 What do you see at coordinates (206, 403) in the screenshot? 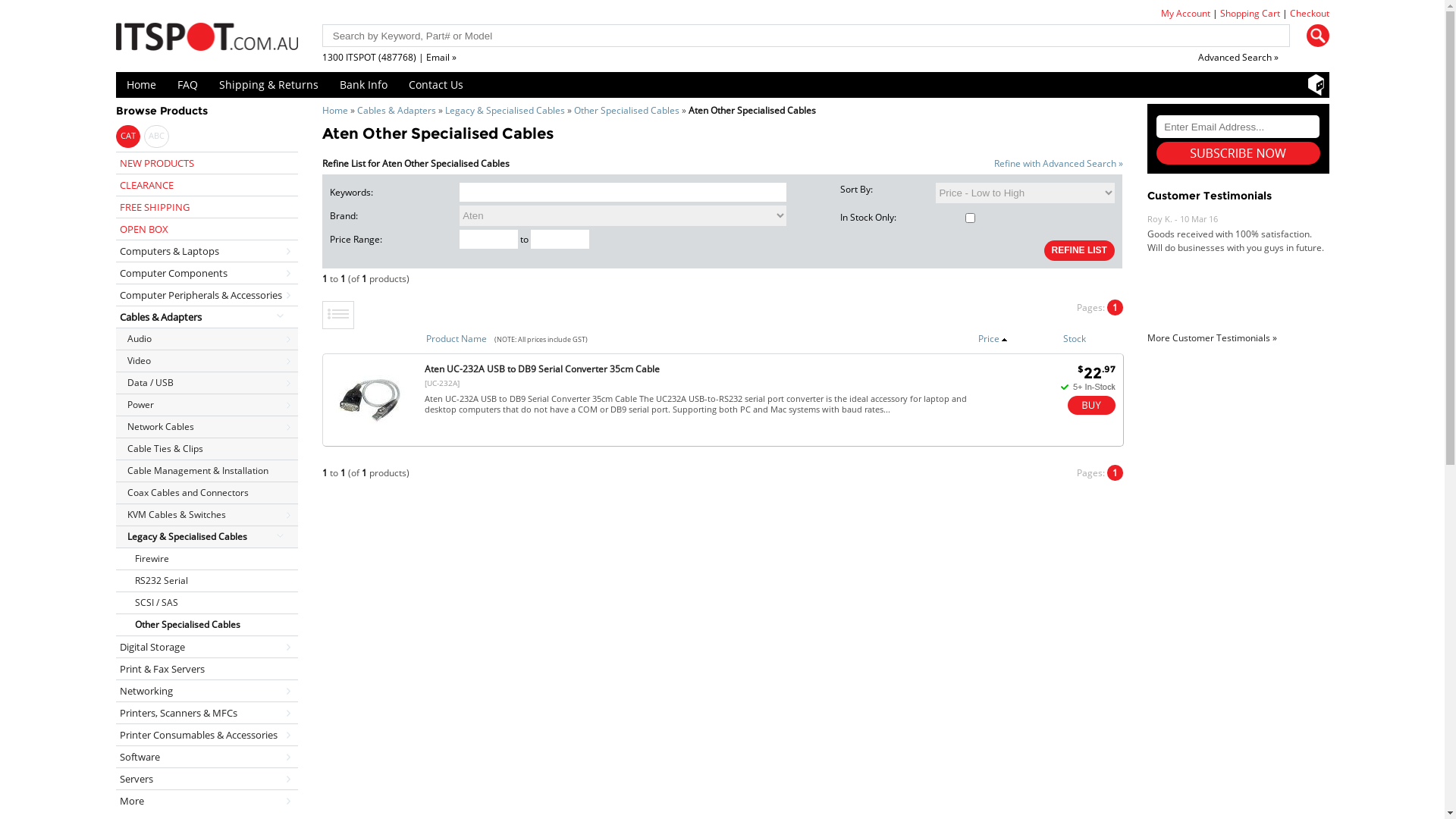
I see `'Power'` at bounding box center [206, 403].